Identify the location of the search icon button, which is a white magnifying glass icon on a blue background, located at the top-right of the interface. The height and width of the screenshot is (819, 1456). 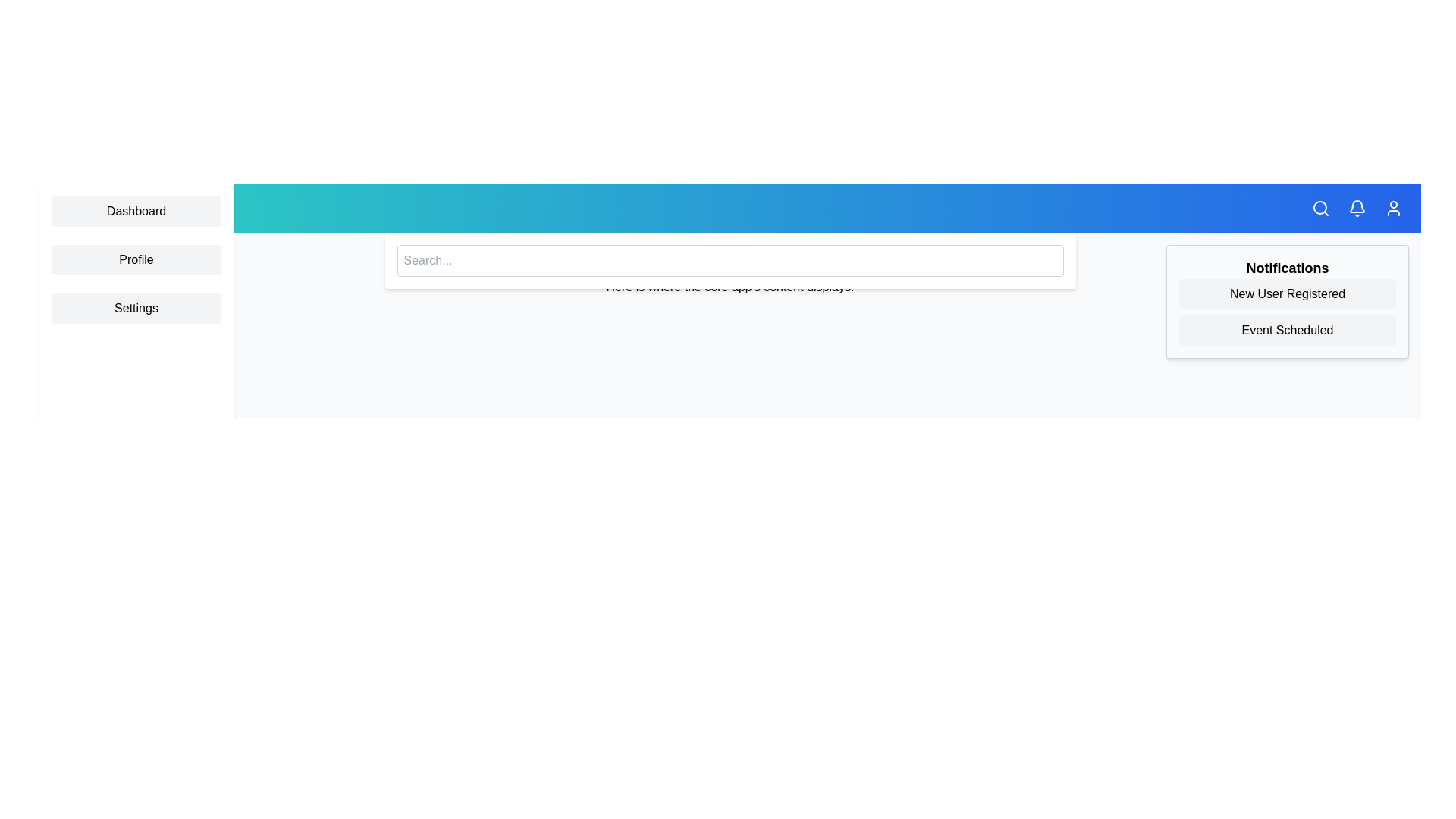
(1320, 208).